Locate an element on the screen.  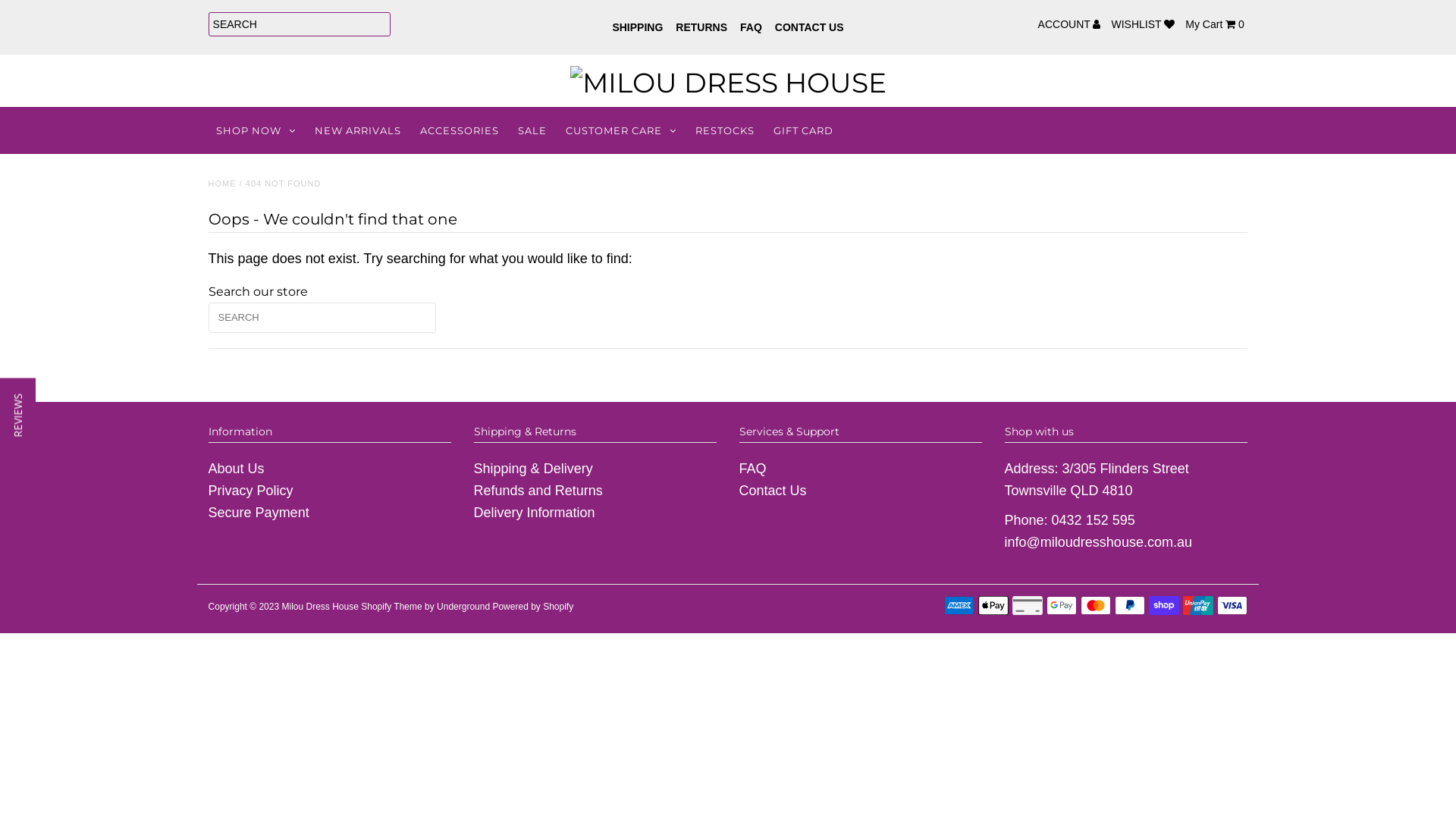
'Secure Payment' is located at coordinates (259, 512).